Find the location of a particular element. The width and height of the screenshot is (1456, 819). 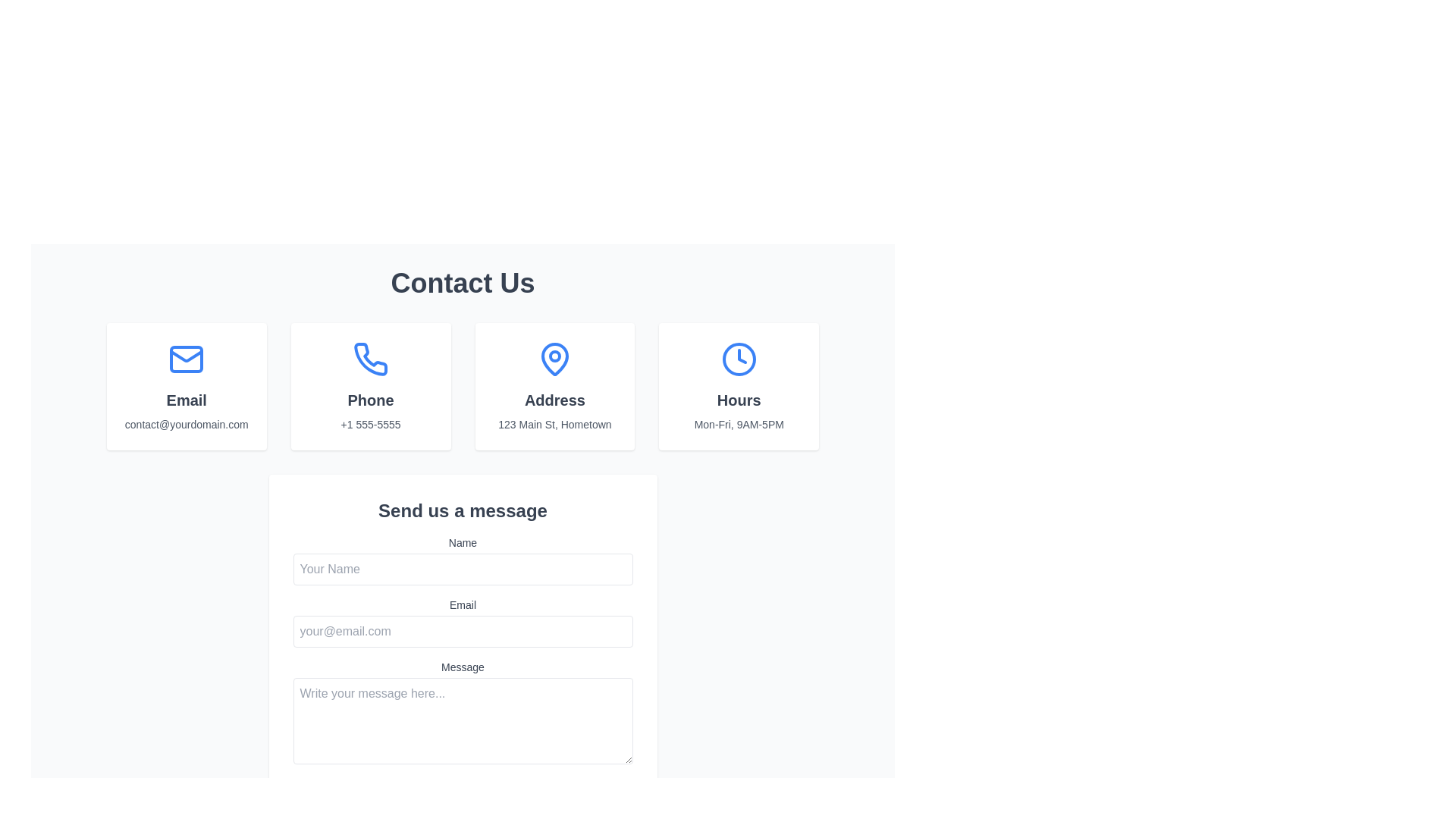

the 'Hours' text label which serves as the title for the operating hours section, located in the fourth section of the top row of contact options on the page is located at coordinates (739, 400).